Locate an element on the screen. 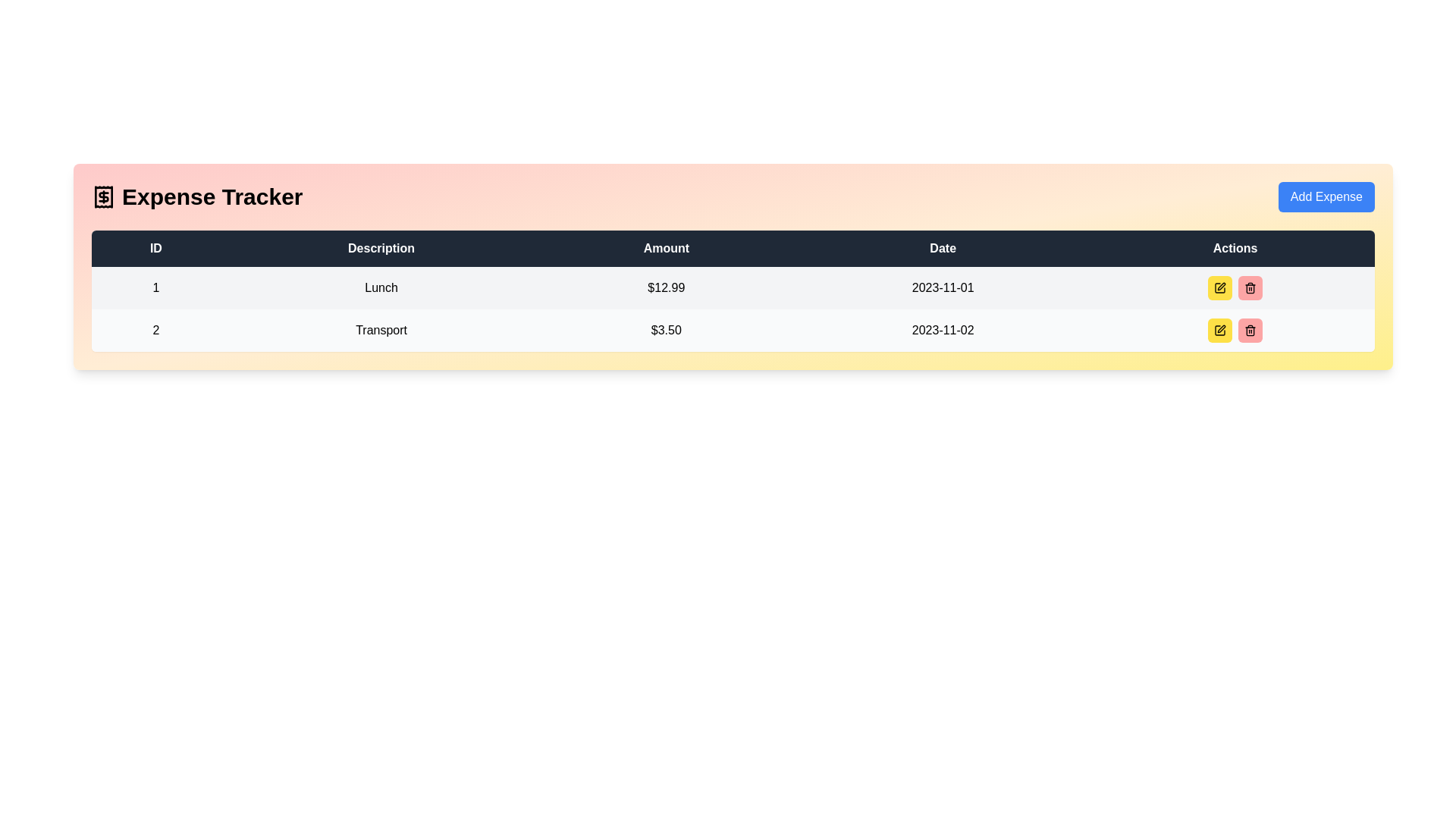  the yellow button with rounded corners and a pen icon in the 'Actions' column of the first row of the data table is located at coordinates (1219, 288).